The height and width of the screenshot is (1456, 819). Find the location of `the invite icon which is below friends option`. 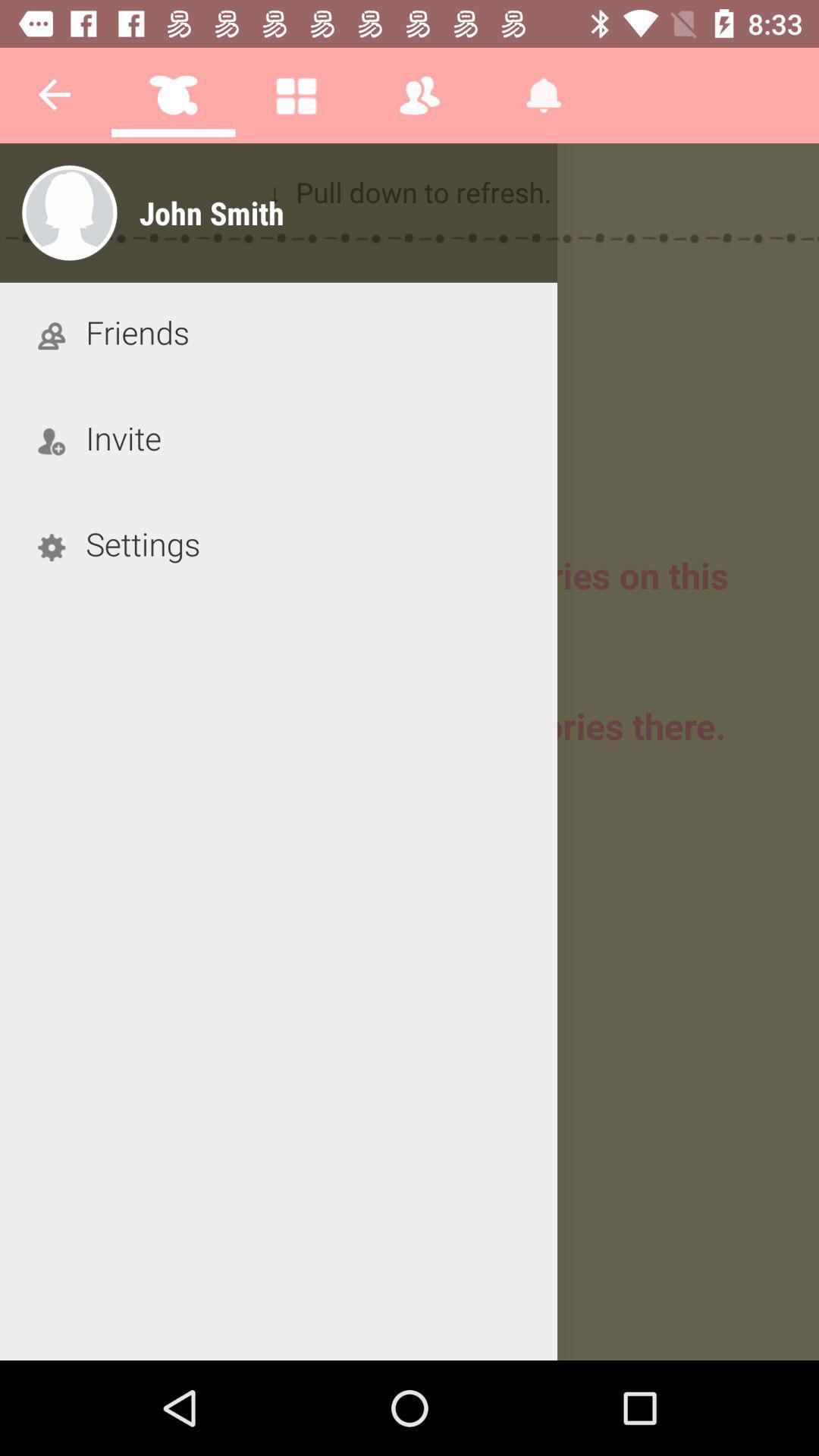

the invite icon which is below friends option is located at coordinates (51, 439).